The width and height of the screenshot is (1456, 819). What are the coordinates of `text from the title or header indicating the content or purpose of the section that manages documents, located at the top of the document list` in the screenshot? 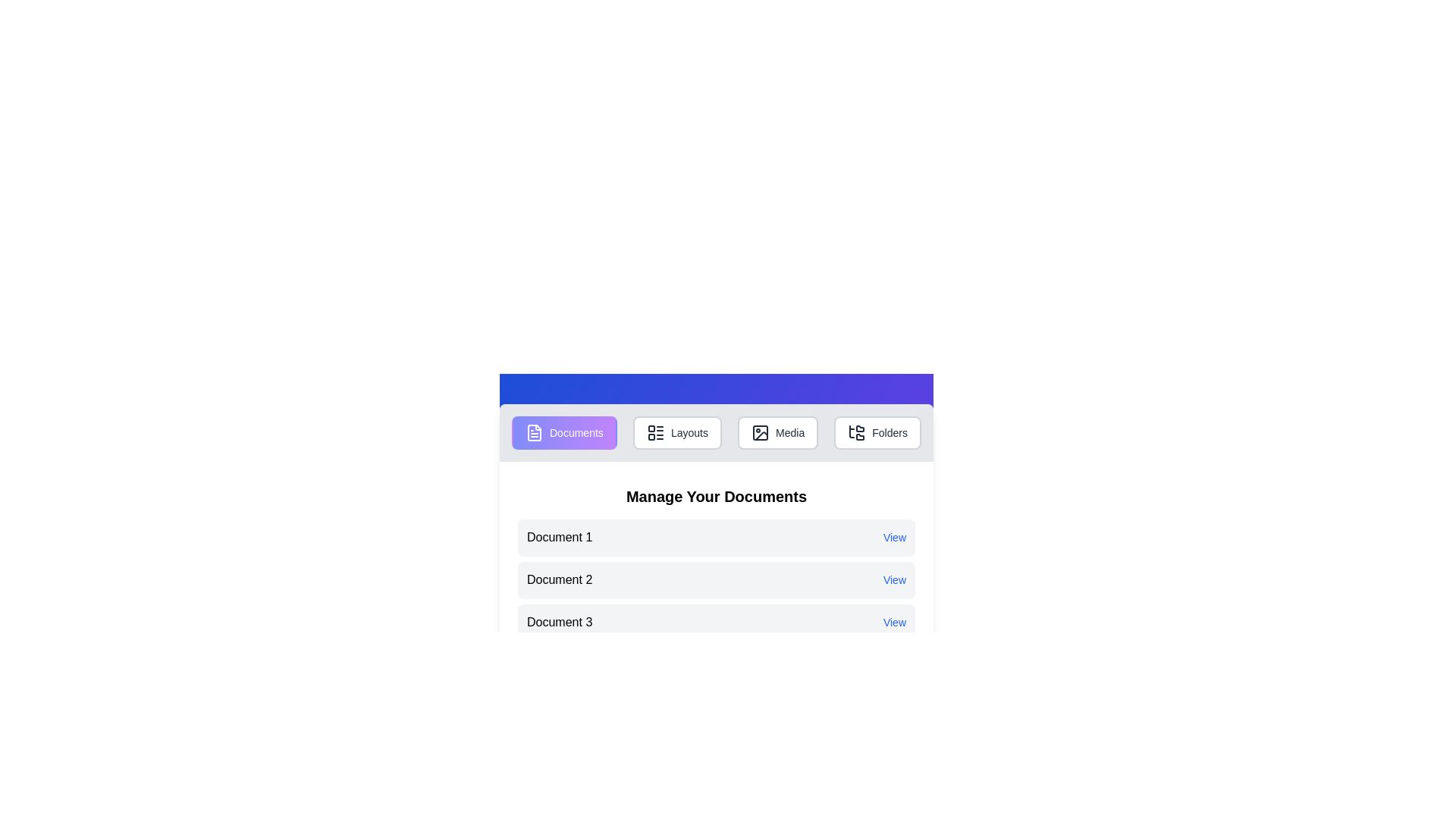 It's located at (716, 497).